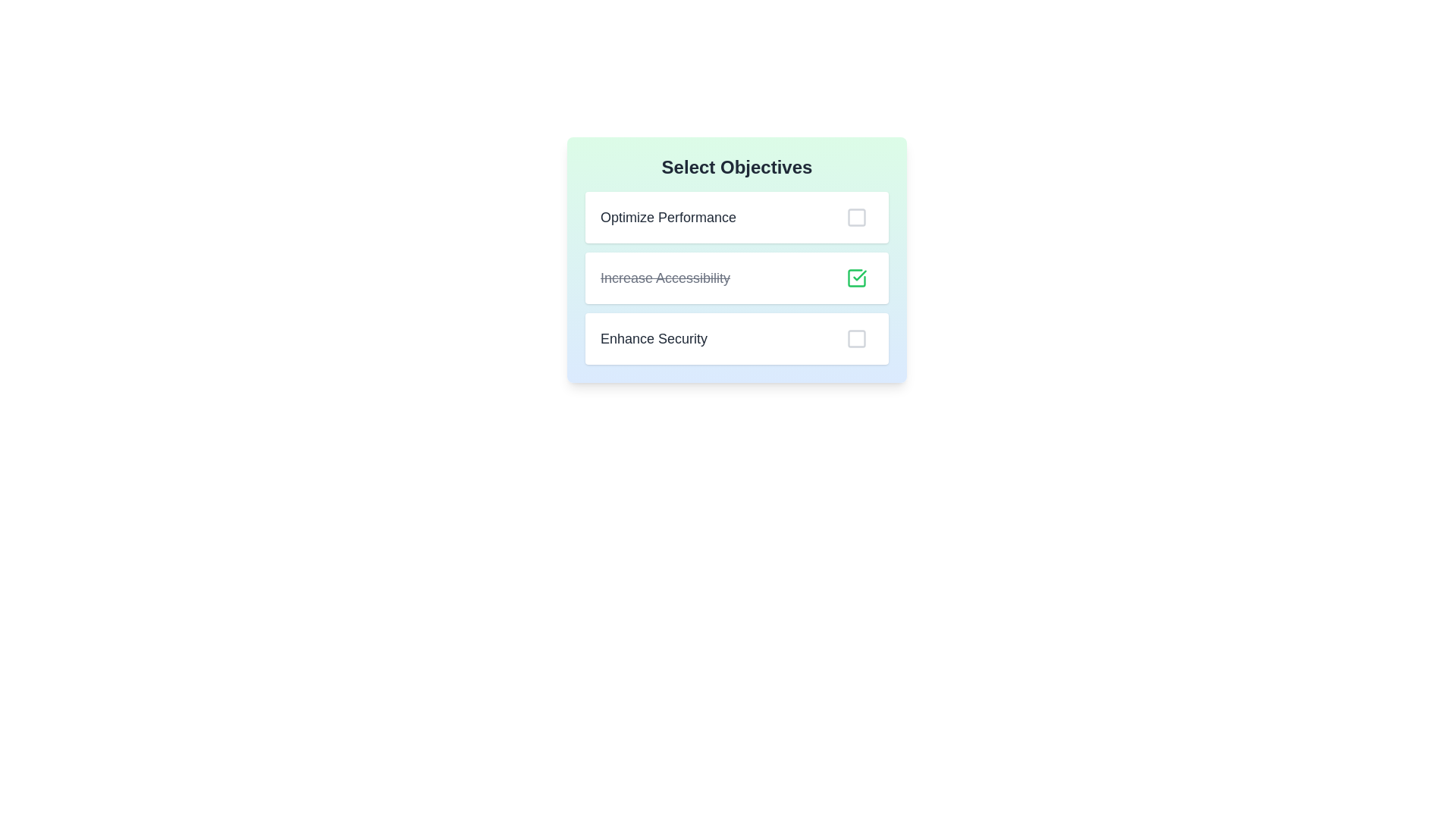 Image resolution: width=1456 pixels, height=819 pixels. Describe the element at coordinates (859, 275) in the screenshot. I see `the green checkmark icon in the graphical checkbox beside the 'Increase Accessibility' option` at that location.